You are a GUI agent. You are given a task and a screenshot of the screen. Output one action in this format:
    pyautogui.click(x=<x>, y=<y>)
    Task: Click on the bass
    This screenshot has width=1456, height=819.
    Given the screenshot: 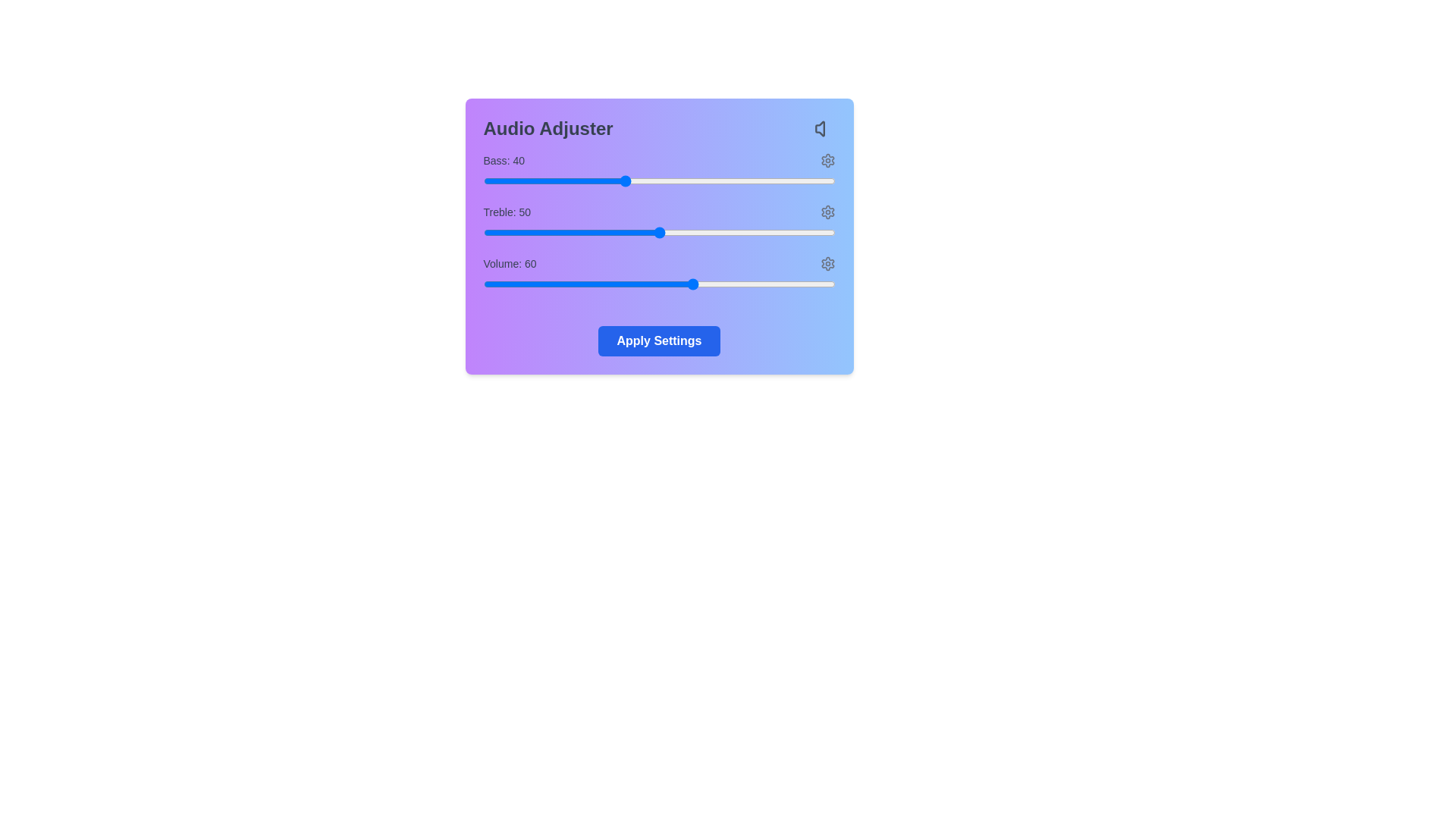 What is the action you would take?
    pyautogui.click(x=482, y=174)
    